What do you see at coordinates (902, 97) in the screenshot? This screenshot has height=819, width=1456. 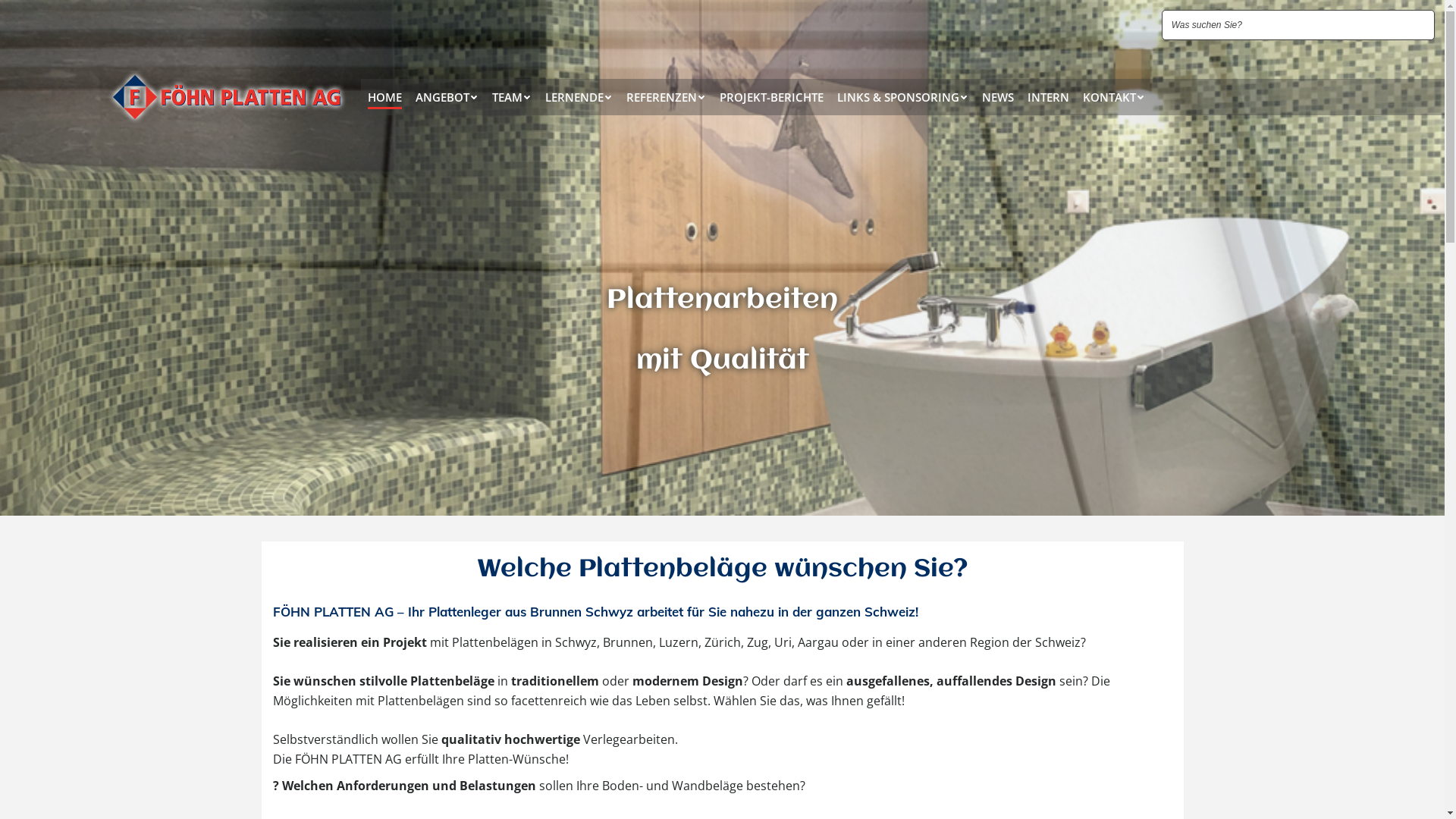 I see `'LINKS & SPONSORING'` at bounding box center [902, 97].